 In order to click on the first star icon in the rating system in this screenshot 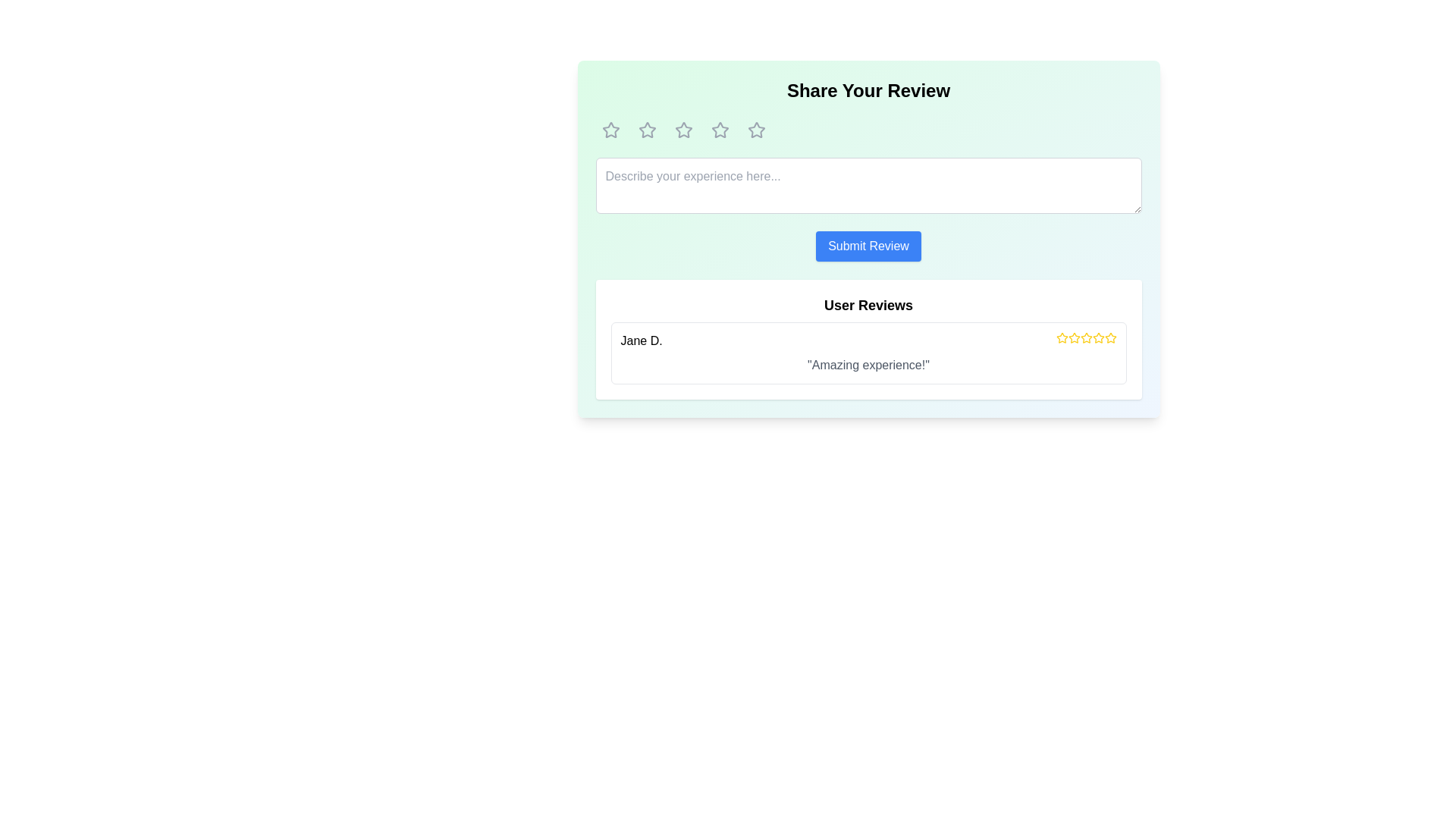, I will do `click(610, 129)`.